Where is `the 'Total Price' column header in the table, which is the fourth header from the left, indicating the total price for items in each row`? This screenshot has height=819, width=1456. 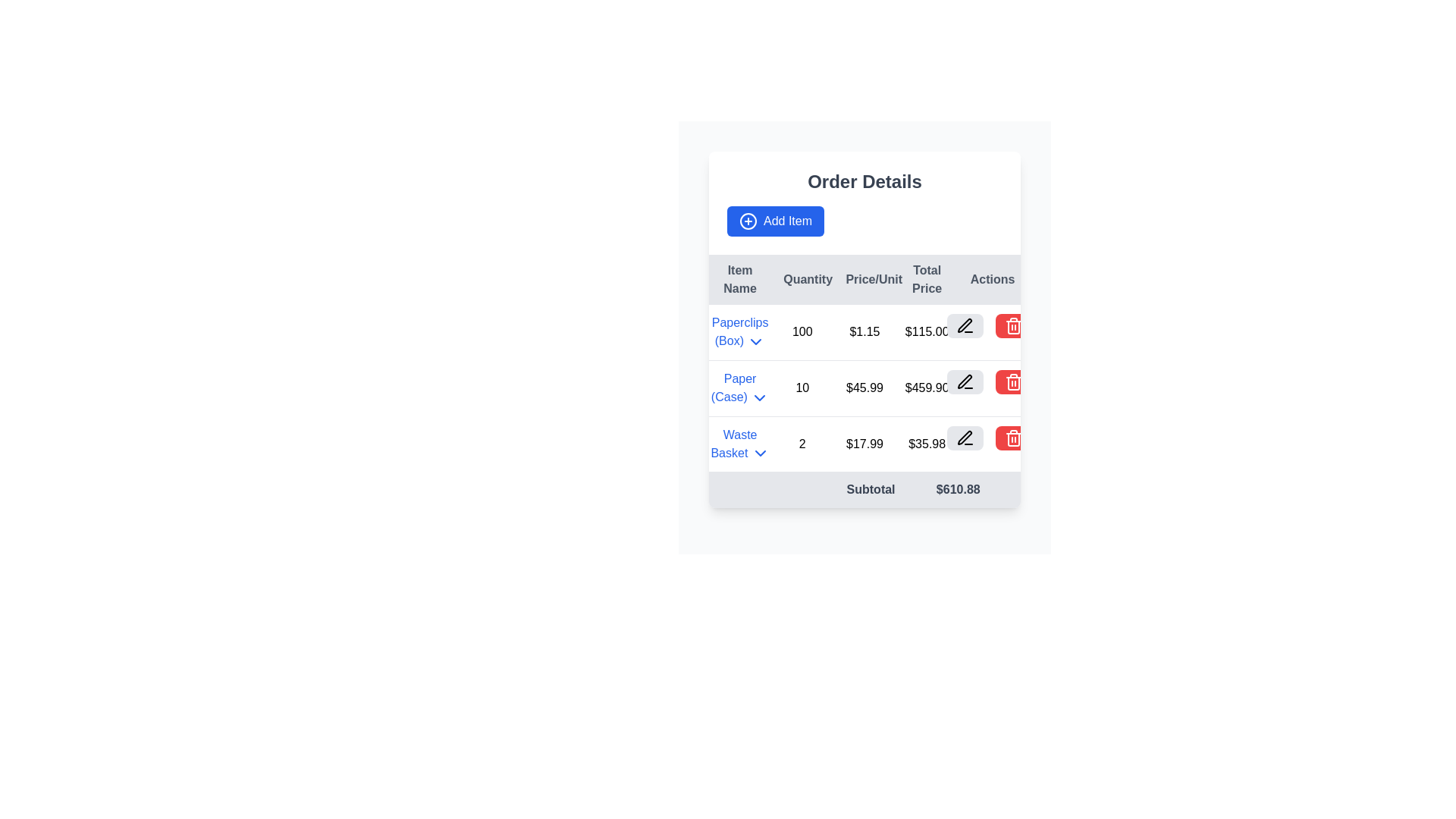
the 'Total Price' column header in the table, which is the fourth header from the left, indicating the total price for items in each row is located at coordinates (926, 280).